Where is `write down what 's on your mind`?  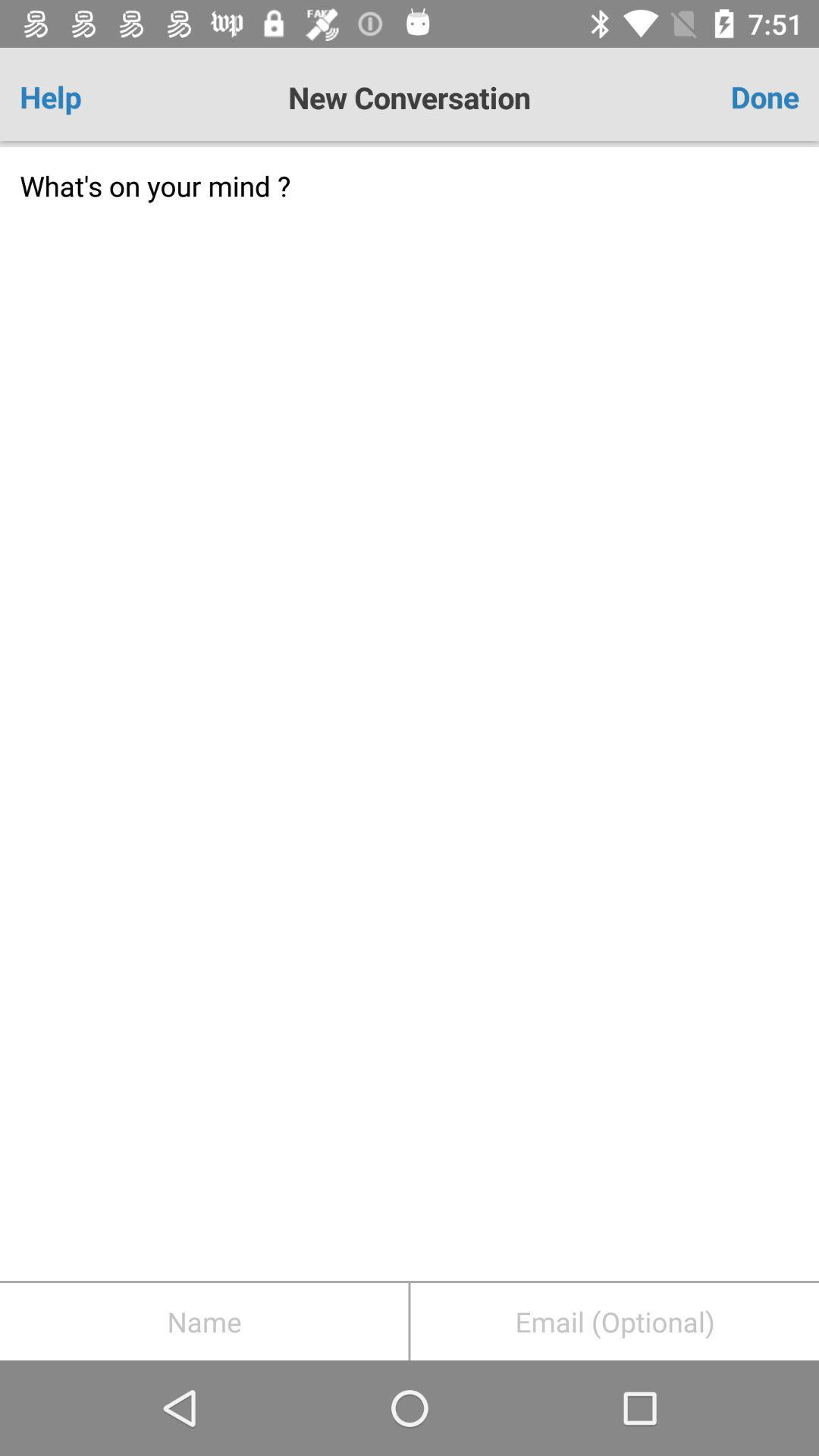 write down what 's on your mind is located at coordinates (409, 713).